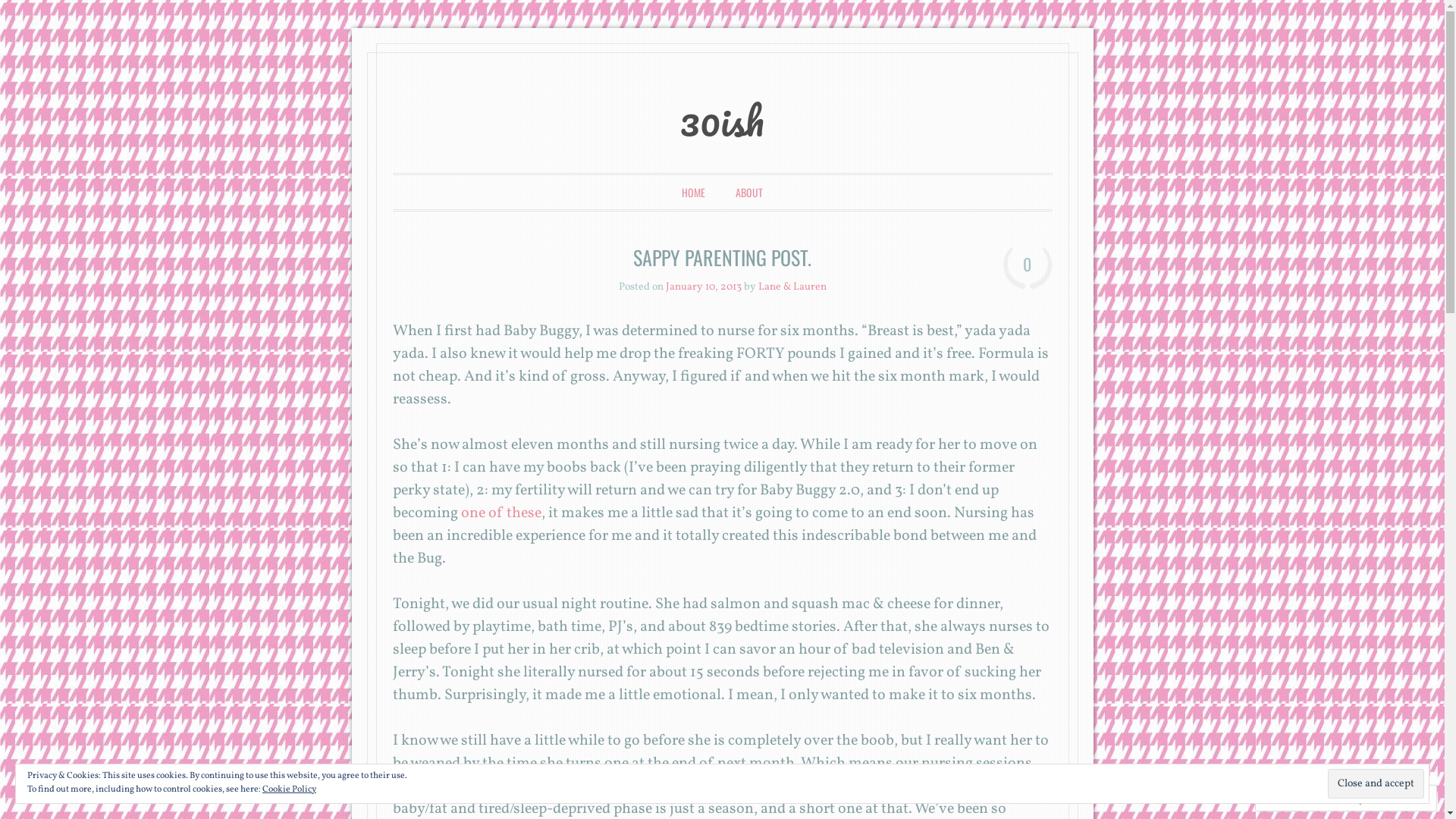 Image resolution: width=1456 pixels, height=819 pixels. What do you see at coordinates (702, 287) in the screenshot?
I see `'January 10, 2013'` at bounding box center [702, 287].